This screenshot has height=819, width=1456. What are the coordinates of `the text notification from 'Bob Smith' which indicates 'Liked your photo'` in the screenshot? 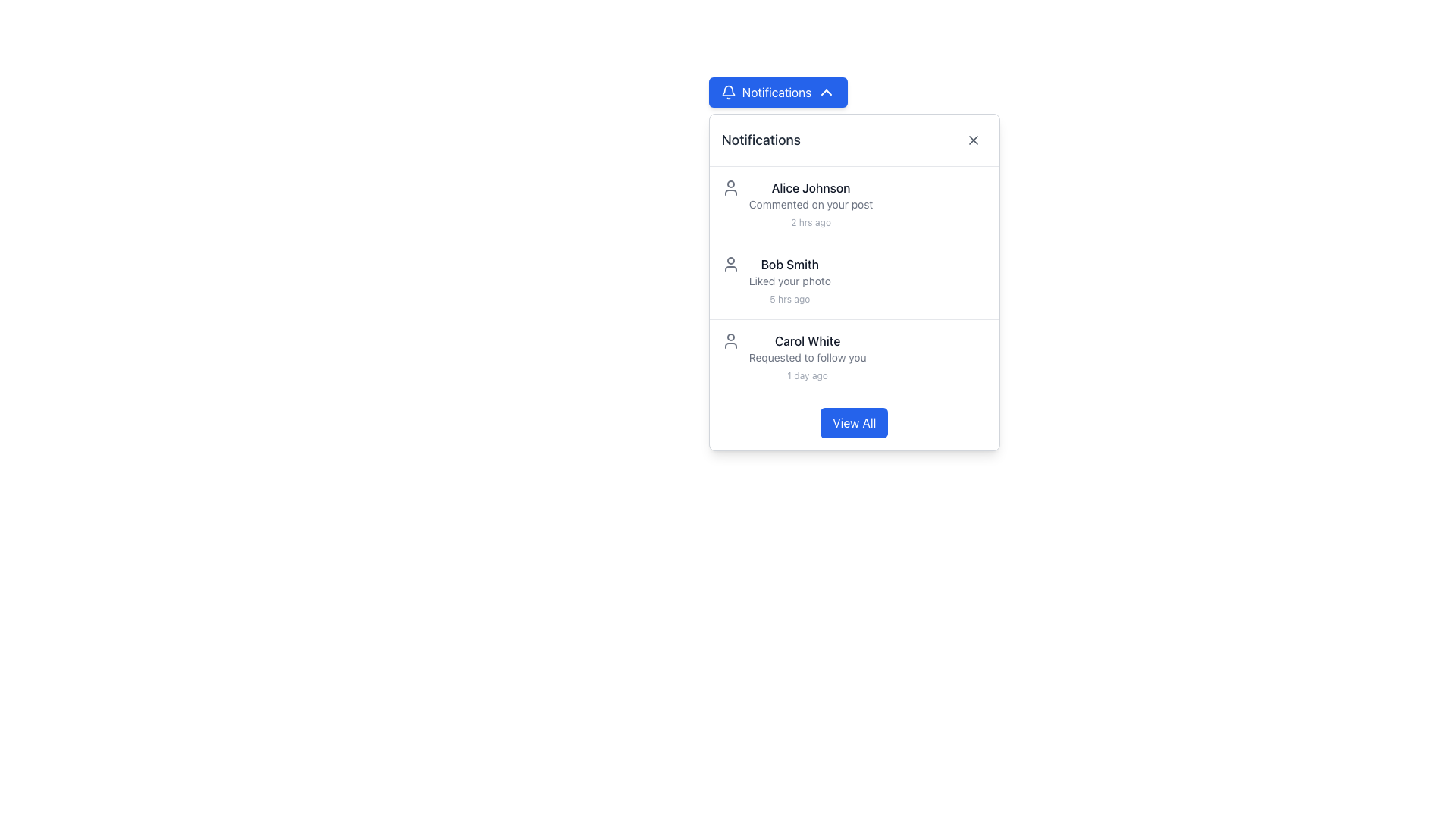 It's located at (789, 281).